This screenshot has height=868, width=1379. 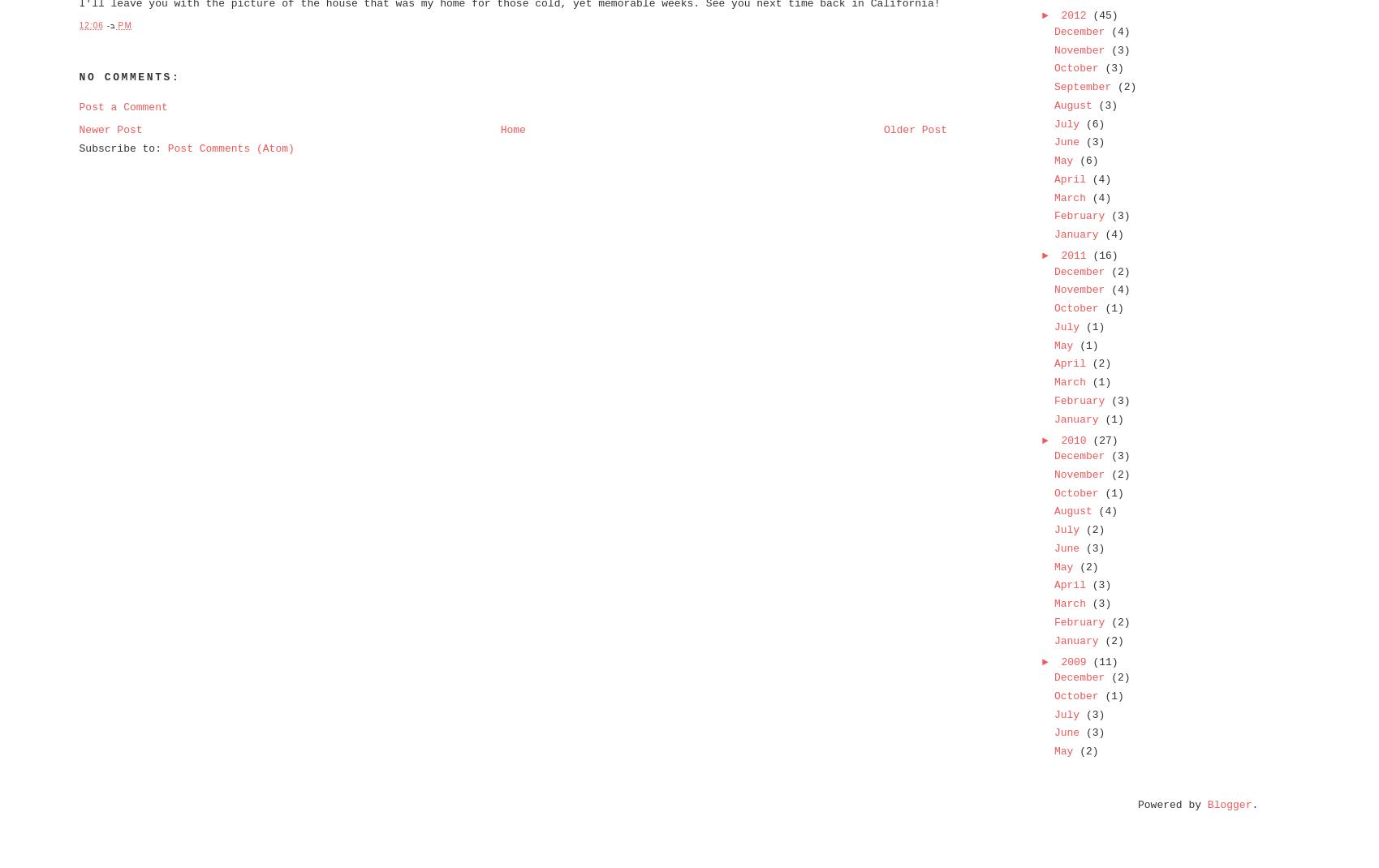 I want to click on 'September', so click(x=1084, y=87).